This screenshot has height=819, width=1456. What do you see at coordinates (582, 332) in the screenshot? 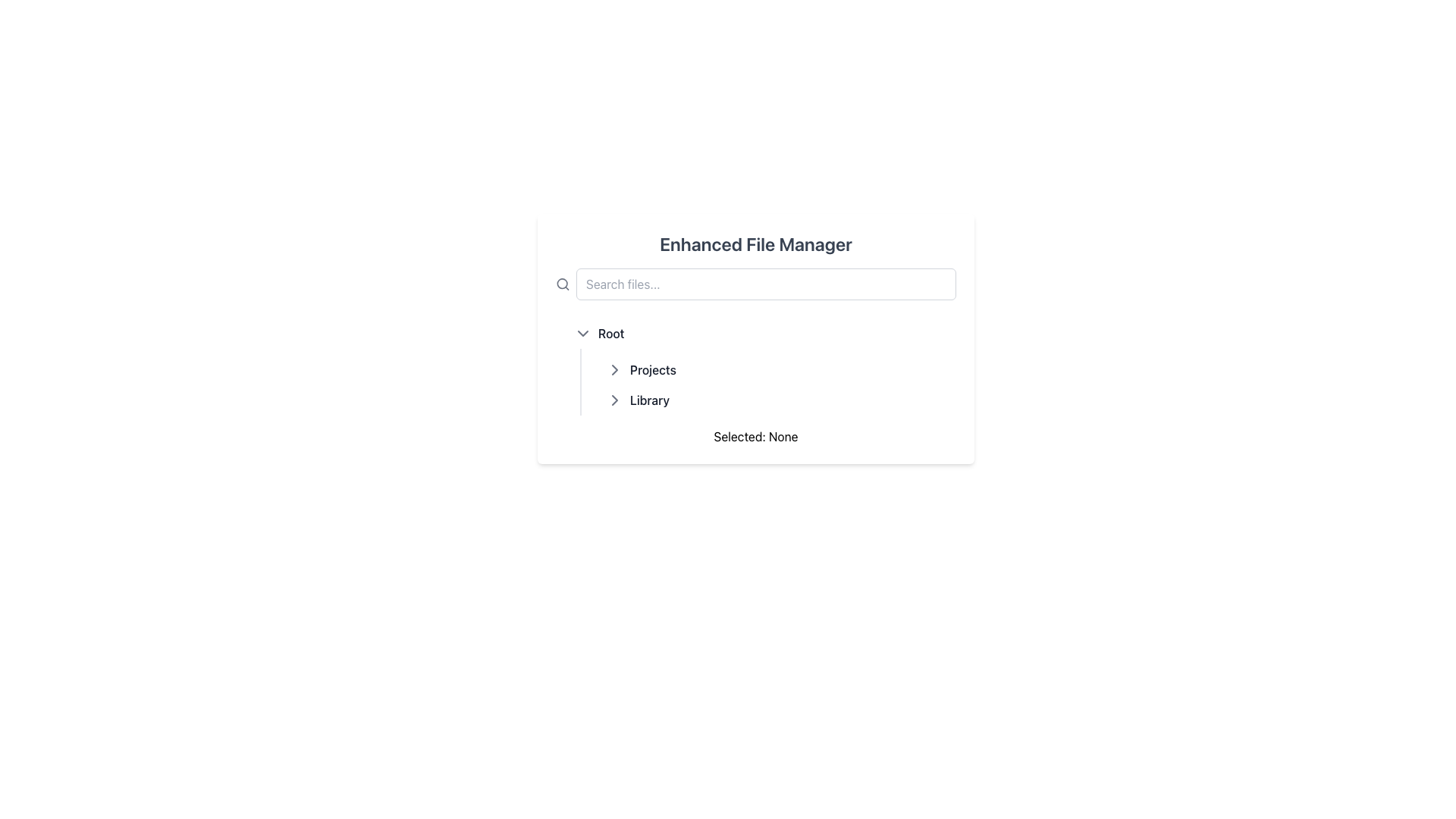
I see `the Dropdown Indicator (Chevron Icon) located to the left of the 'Root' label` at bounding box center [582, 332].